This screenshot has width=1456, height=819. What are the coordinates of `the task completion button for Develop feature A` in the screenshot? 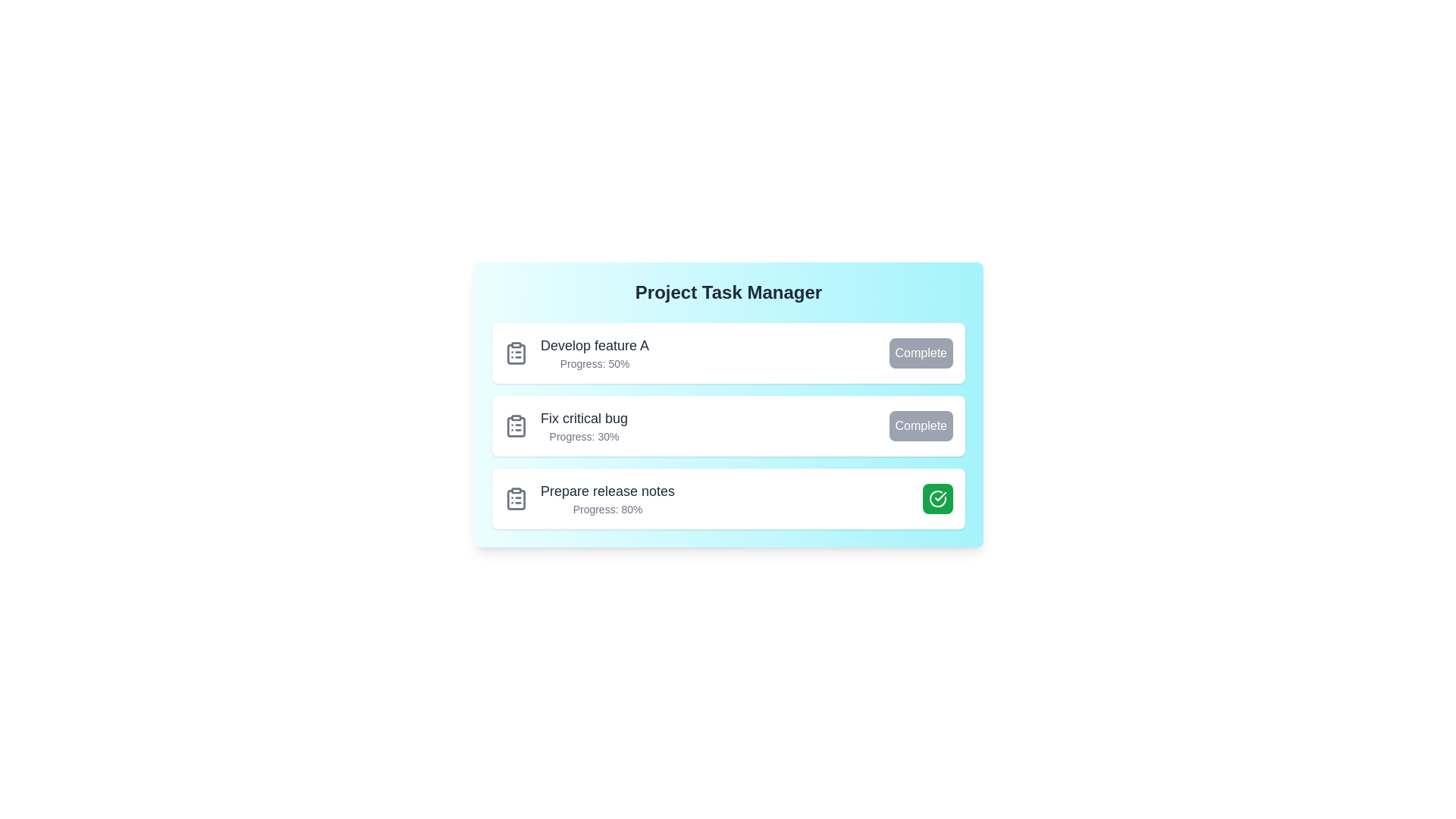 It's located at (920, 353).